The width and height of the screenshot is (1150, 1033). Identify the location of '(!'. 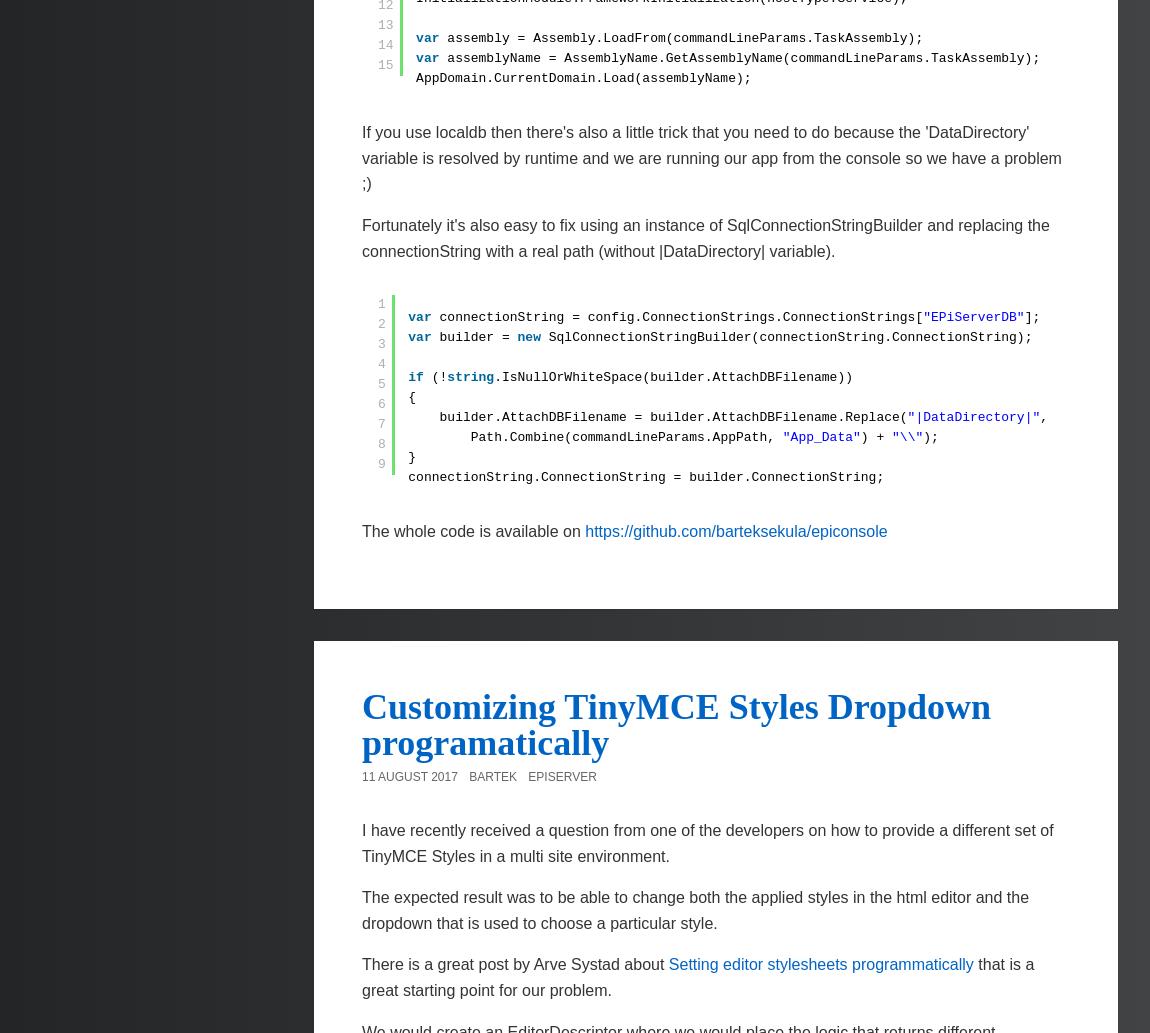
(438, 377).